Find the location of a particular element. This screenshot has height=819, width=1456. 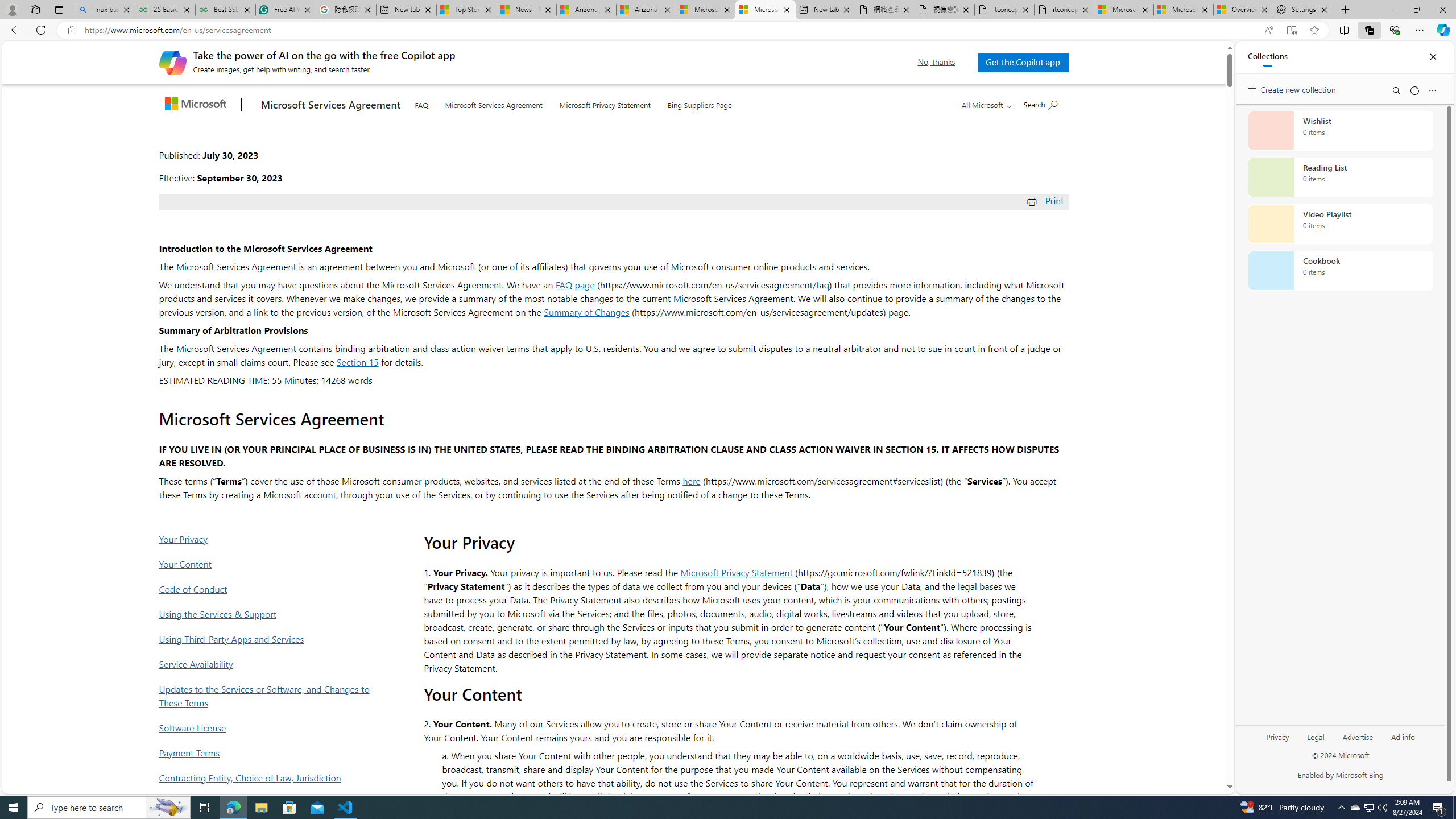

'Using the Services & Support' is located at coordinates (267, 614).